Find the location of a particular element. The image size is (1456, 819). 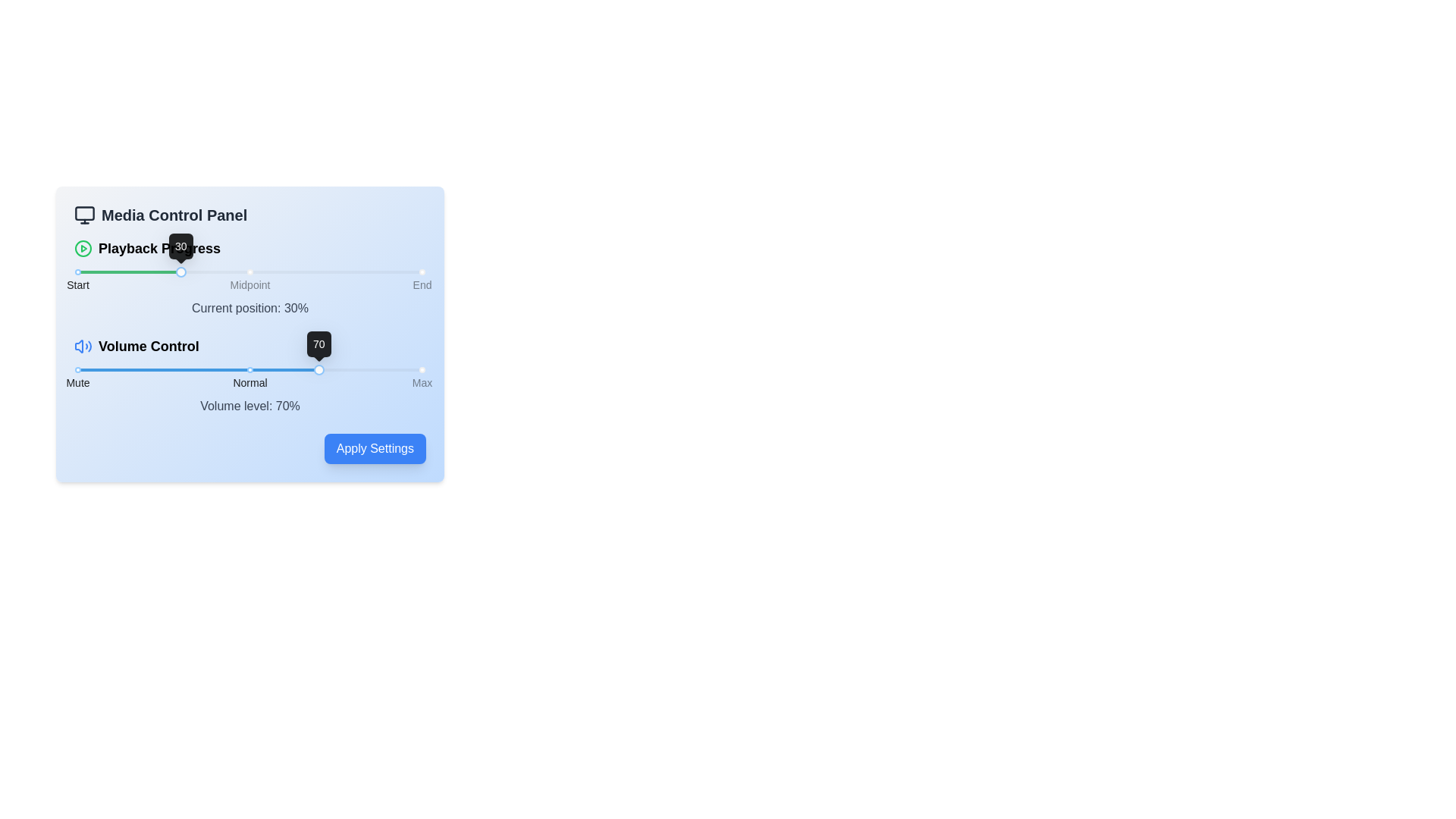

the slider is located at coordinates (367, 370).